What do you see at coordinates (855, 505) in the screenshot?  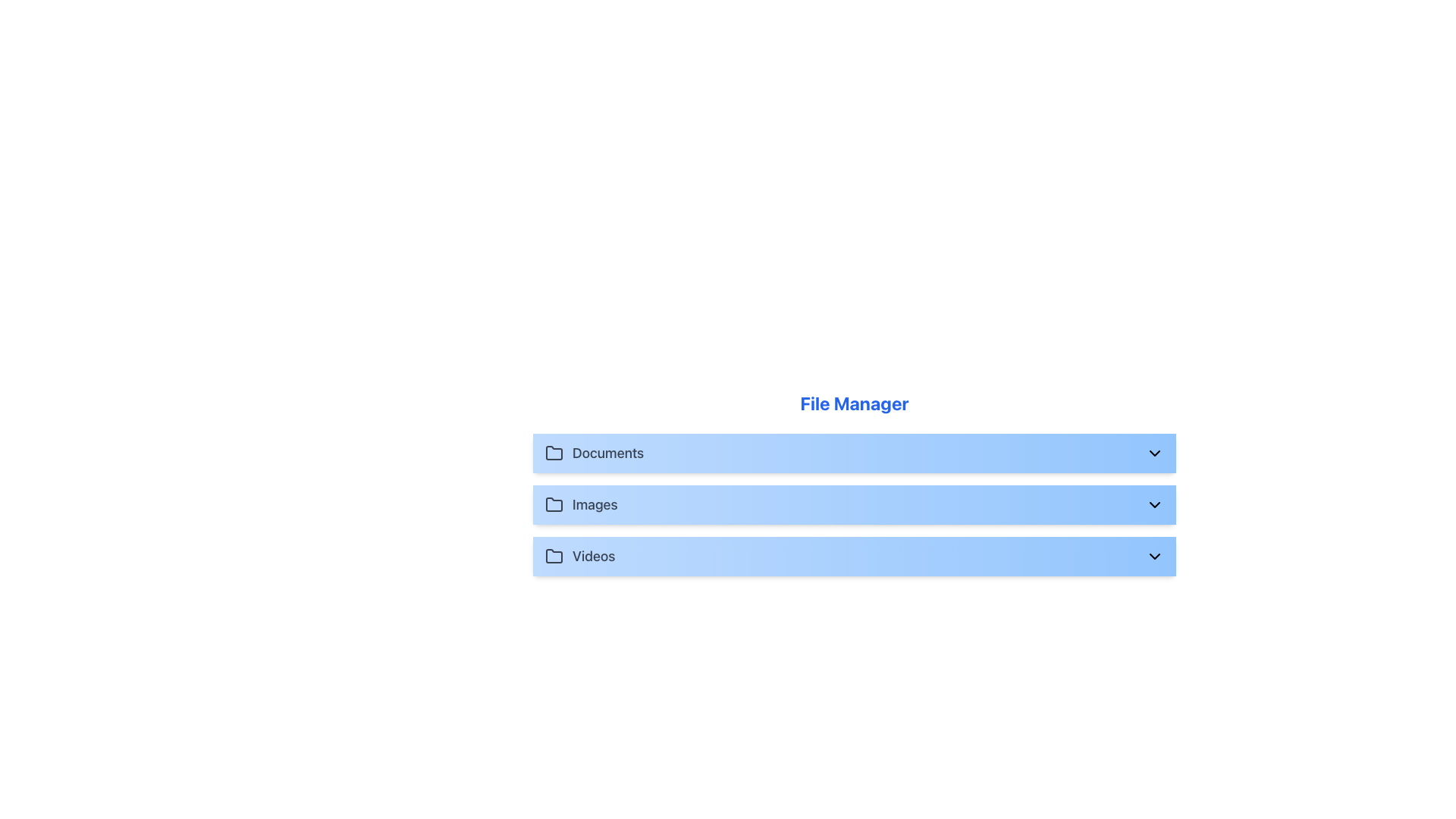 I see `the 'Images' category expander in the file manager` at bounding box center [855, 505].